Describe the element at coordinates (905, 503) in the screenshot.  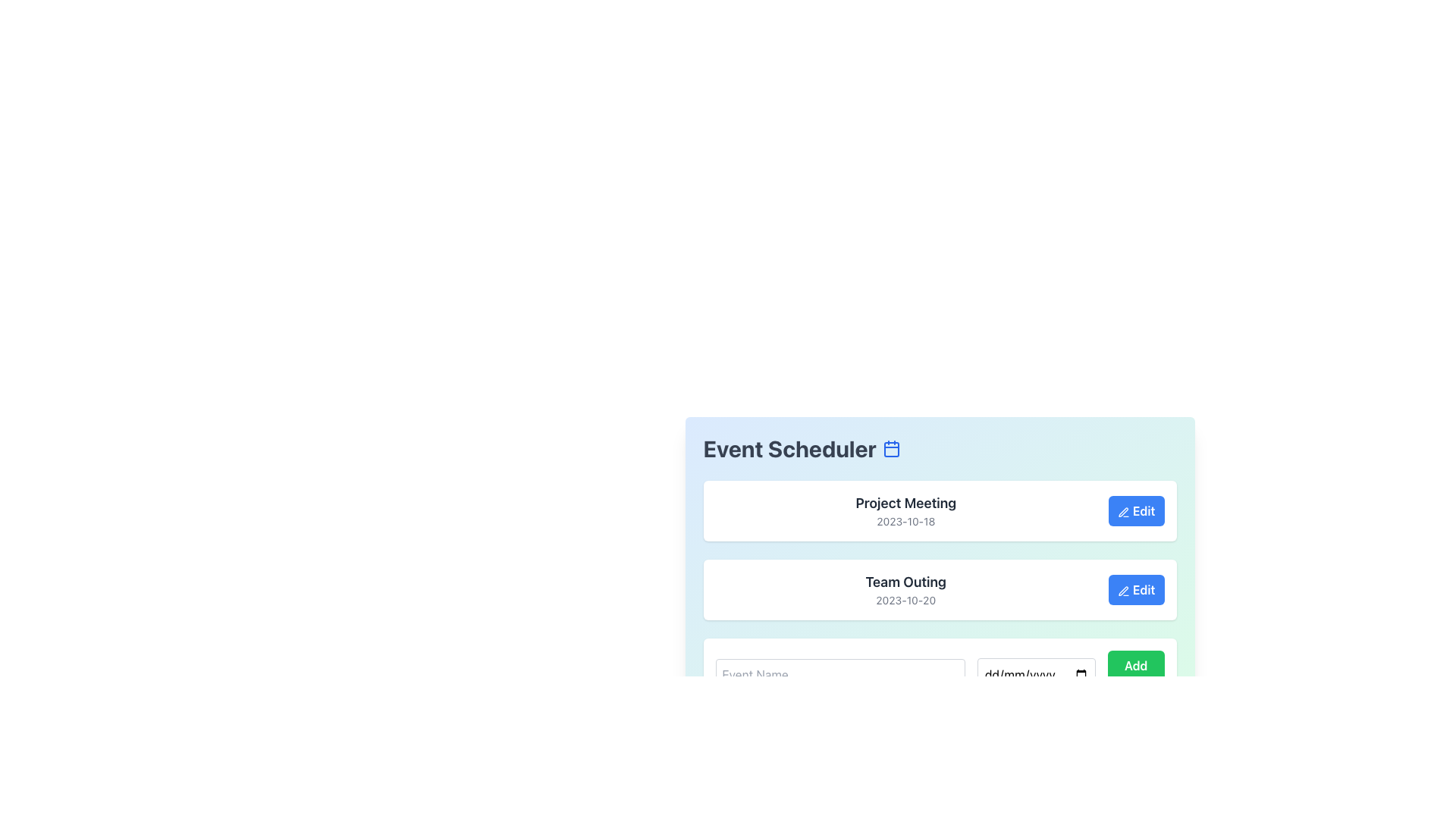
I see `the Text Label displaying 'Project Meeting' in a bold font within the event scheduler interface` at that location.